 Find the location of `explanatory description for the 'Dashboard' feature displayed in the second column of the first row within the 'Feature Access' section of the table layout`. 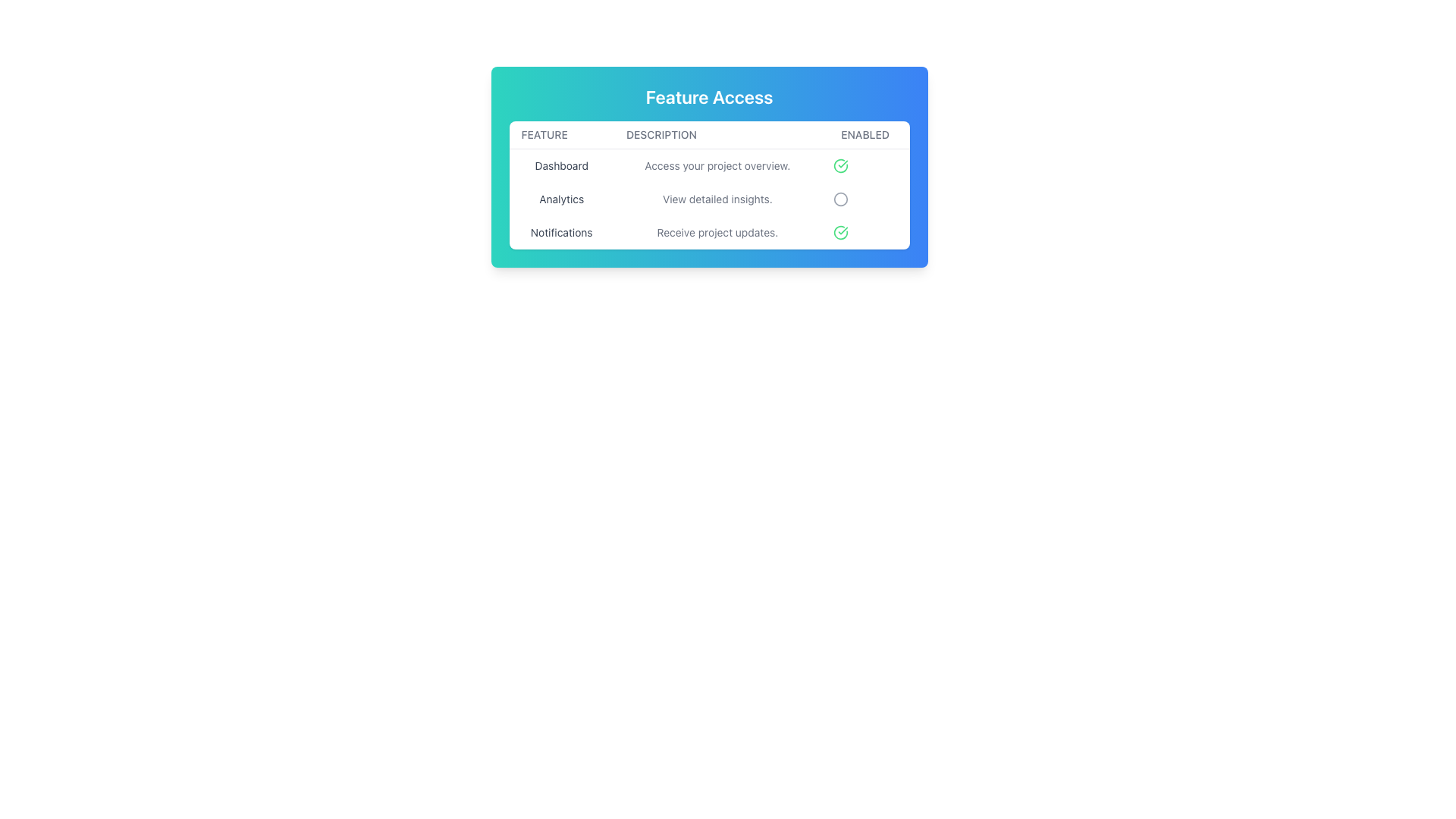

explanatory description for the 'Dashboard' feature displayed in the second column of the first row within the 'Feature Access' section of the table layout is located at coordinates (717, 165).